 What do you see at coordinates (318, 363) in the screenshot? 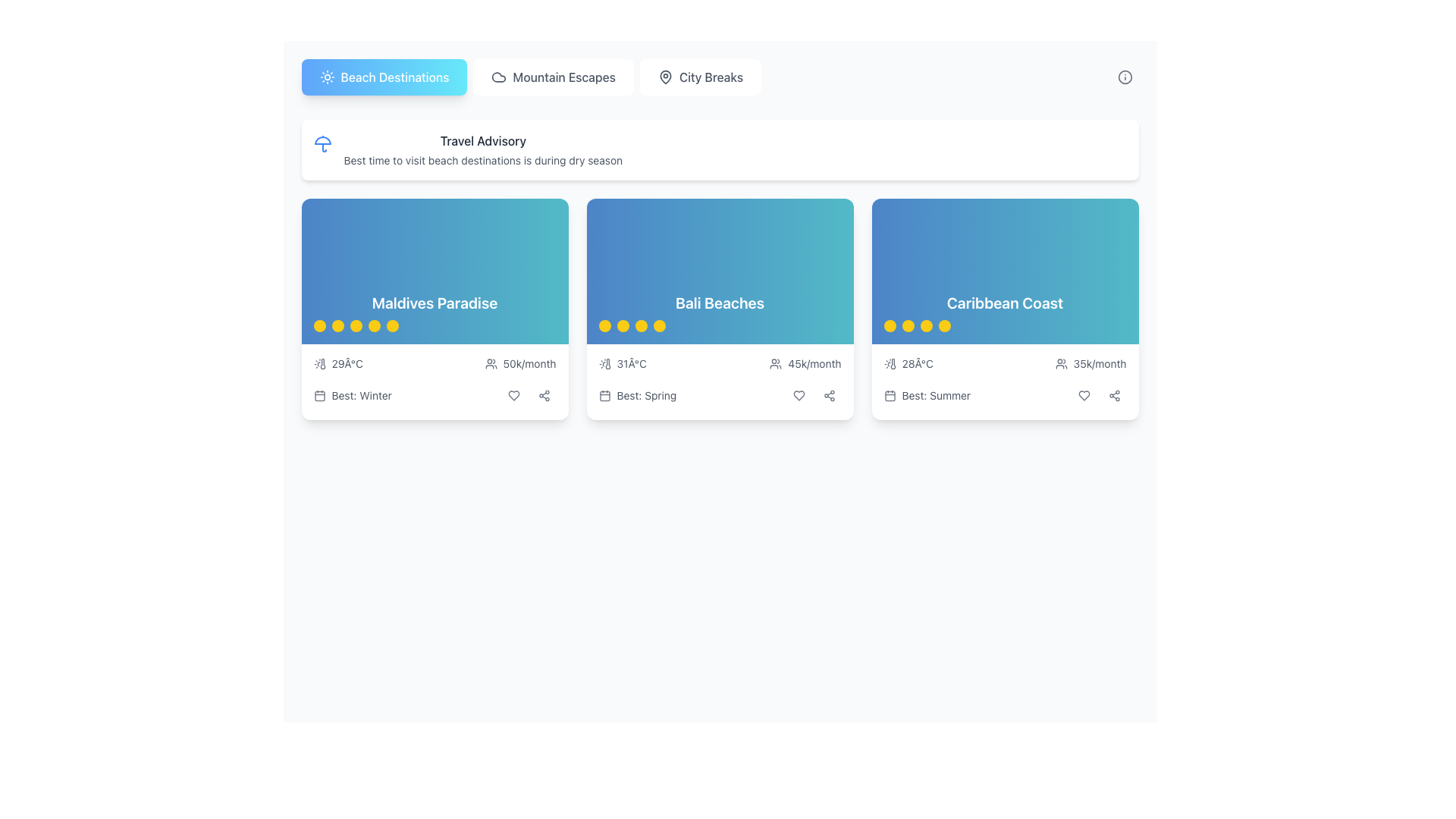
I see `the weather icon located to the left of the '29°C' text, which visually represents temperature or weather conditions` at bounding box center [318, 363].